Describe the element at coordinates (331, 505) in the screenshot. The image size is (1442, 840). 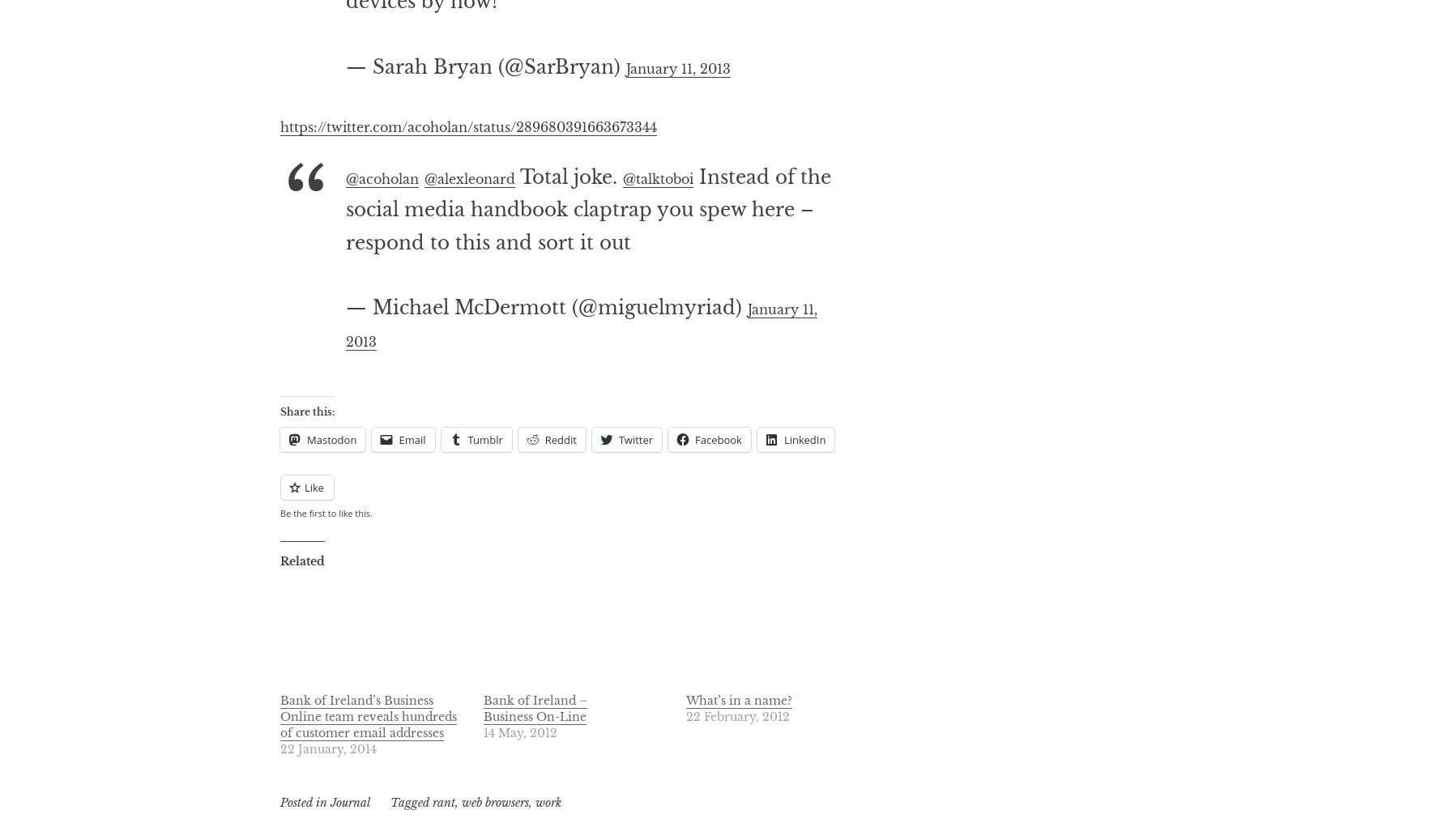
I see `'Mastodon'` at that location.